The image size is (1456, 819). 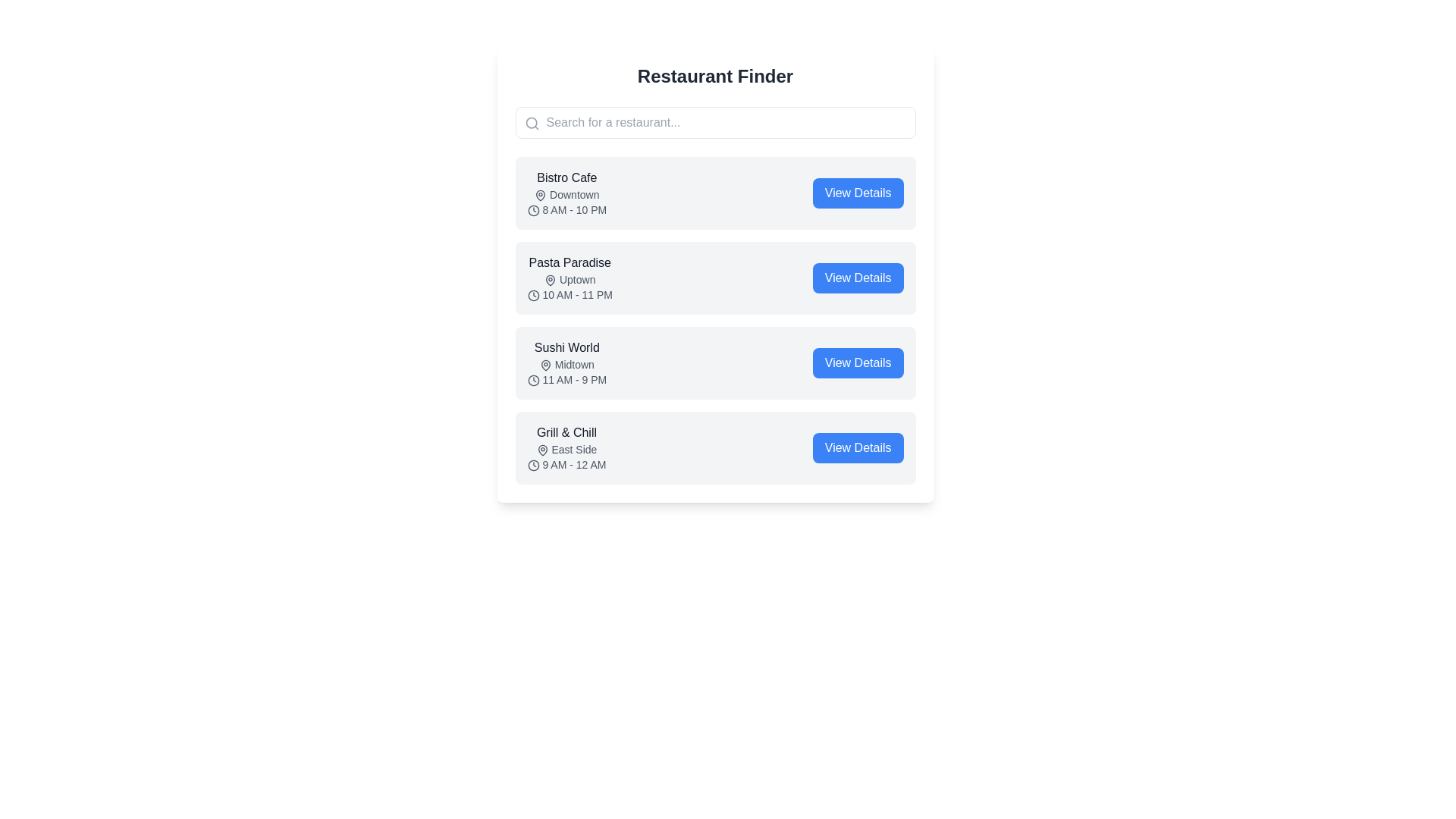 What do you see at coordinates (566, 194) in the screenshot?
I see `the second line of text within the 'Bistro Cafe' entry, which describes its location and is positioned below the restaurant name and above the operating hours` at bounding box center [566, 194].